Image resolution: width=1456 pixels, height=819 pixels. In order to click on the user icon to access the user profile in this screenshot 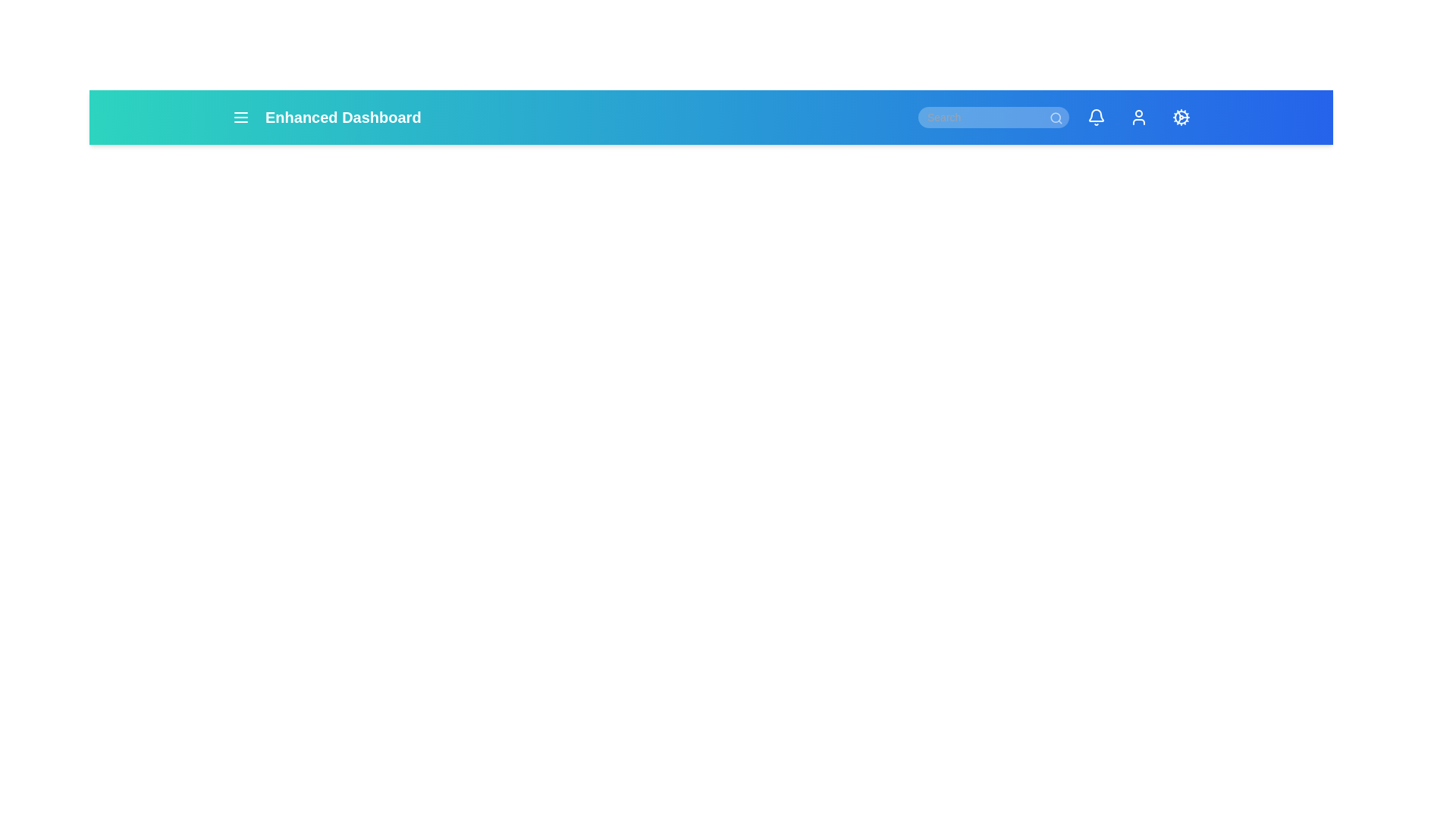, I will do `click(1139, 116)`.